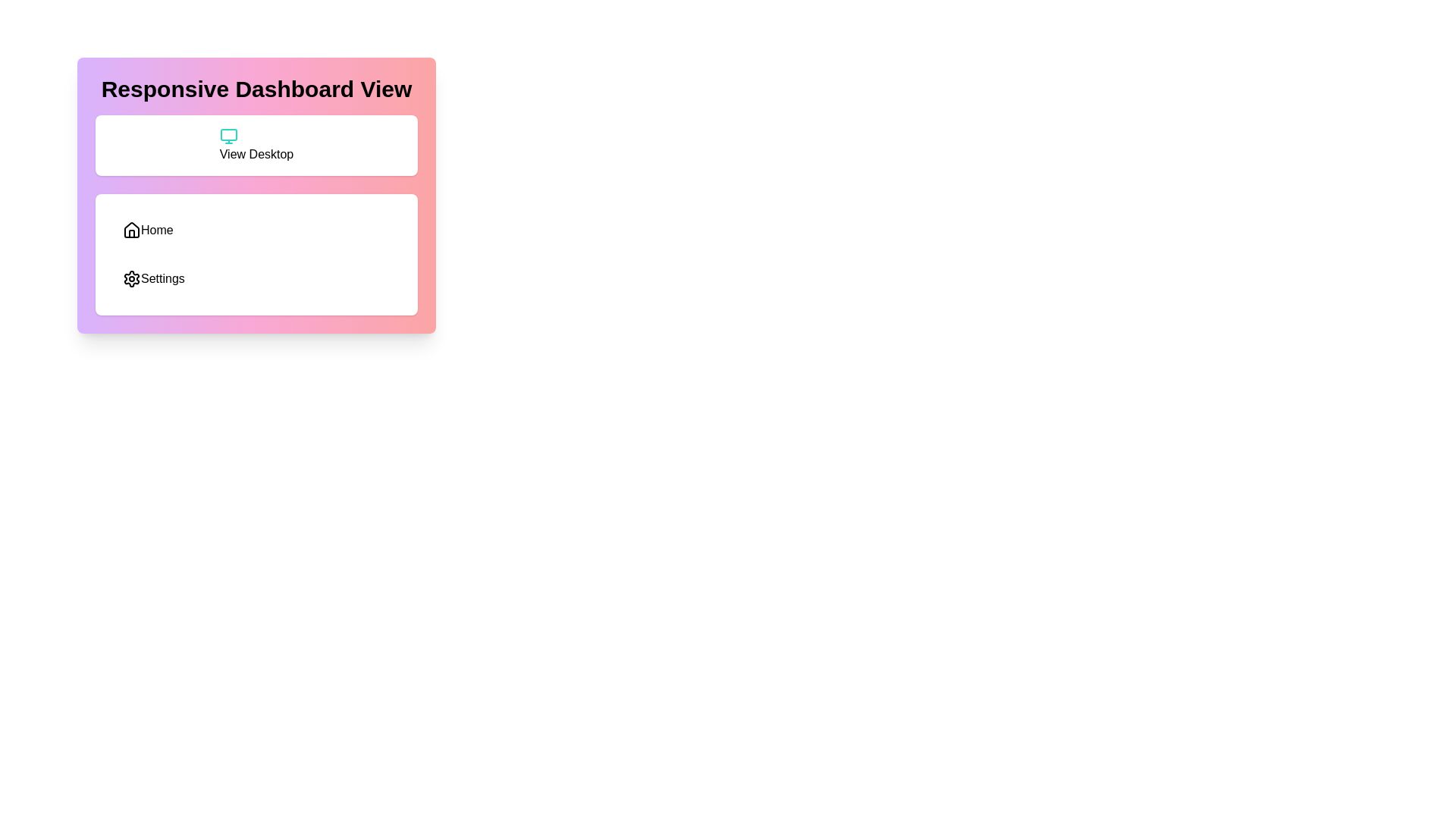 This screenshot has width=1456, height=819. What do you see at coordinates (131, 234) in the screenshot?
I see `the 'Home' icon sub-part that visually indicates the 'Home' function, located to the left of the 'Home' label in the second section of the dashboard interface` at bounding box center [131, 234].